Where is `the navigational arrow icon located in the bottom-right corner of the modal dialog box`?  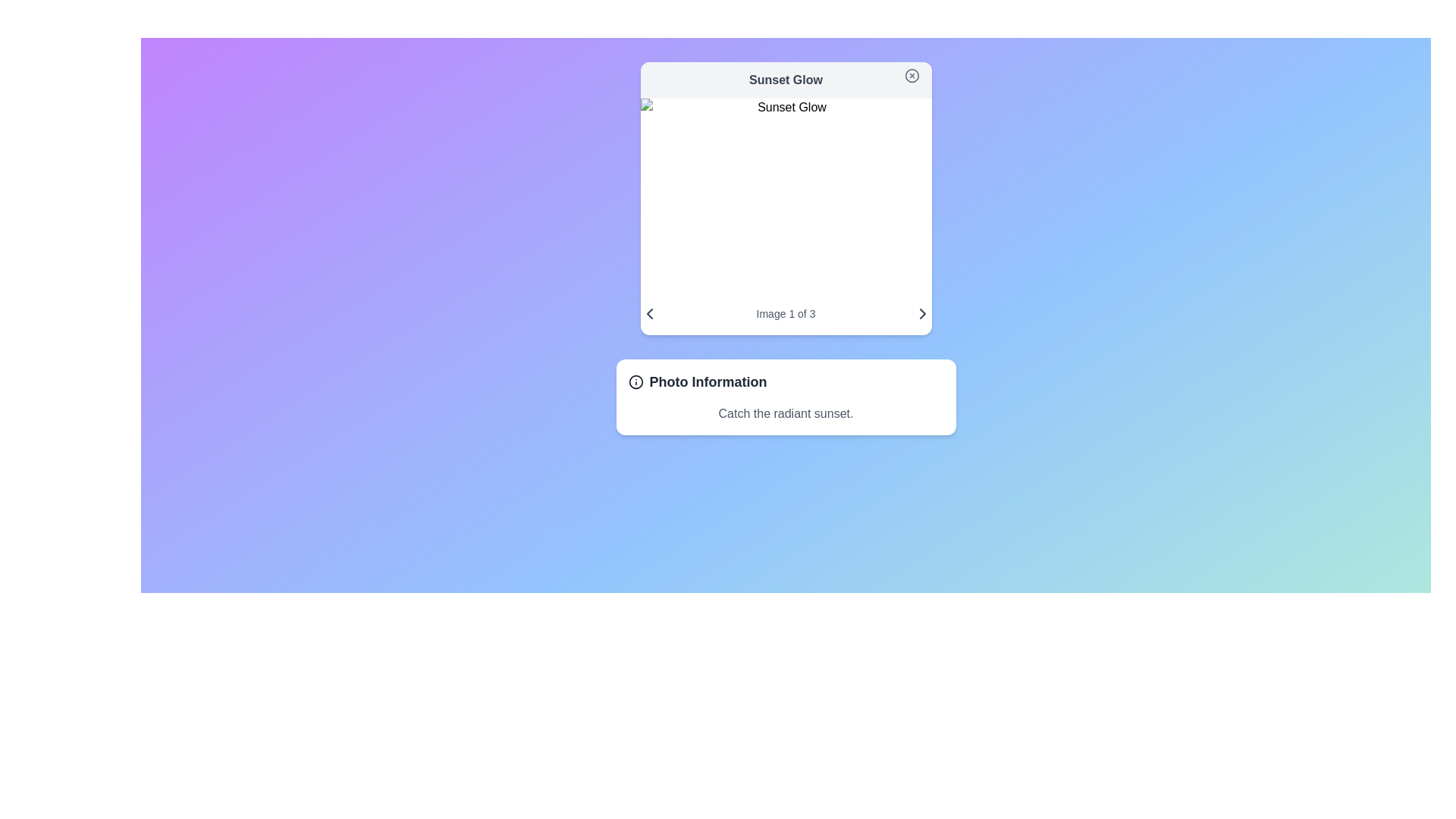 the navigational arrow icon located in the bottom-right corner of the modal dialog box is located at coordinates (921, 312).